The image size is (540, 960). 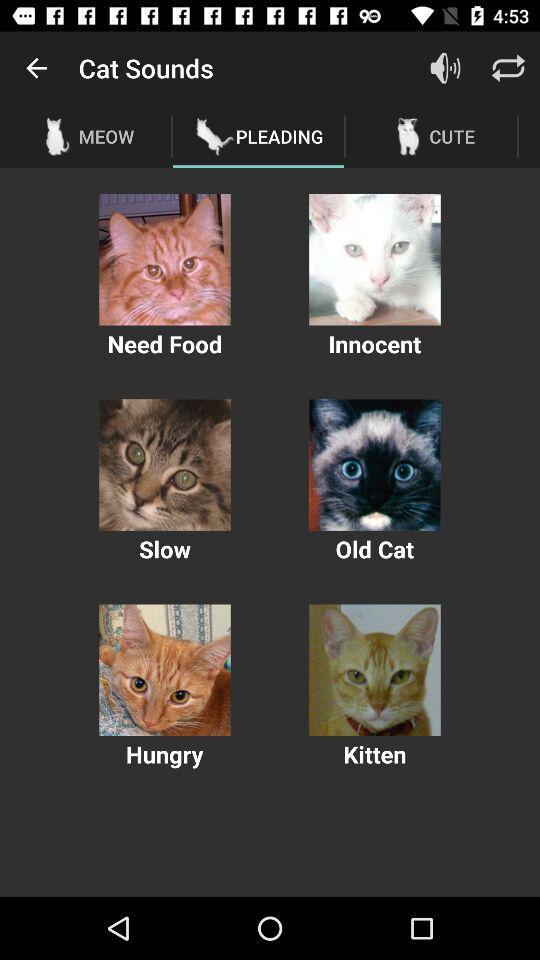 I want to click on open specific session, so click(x=164, y=670).